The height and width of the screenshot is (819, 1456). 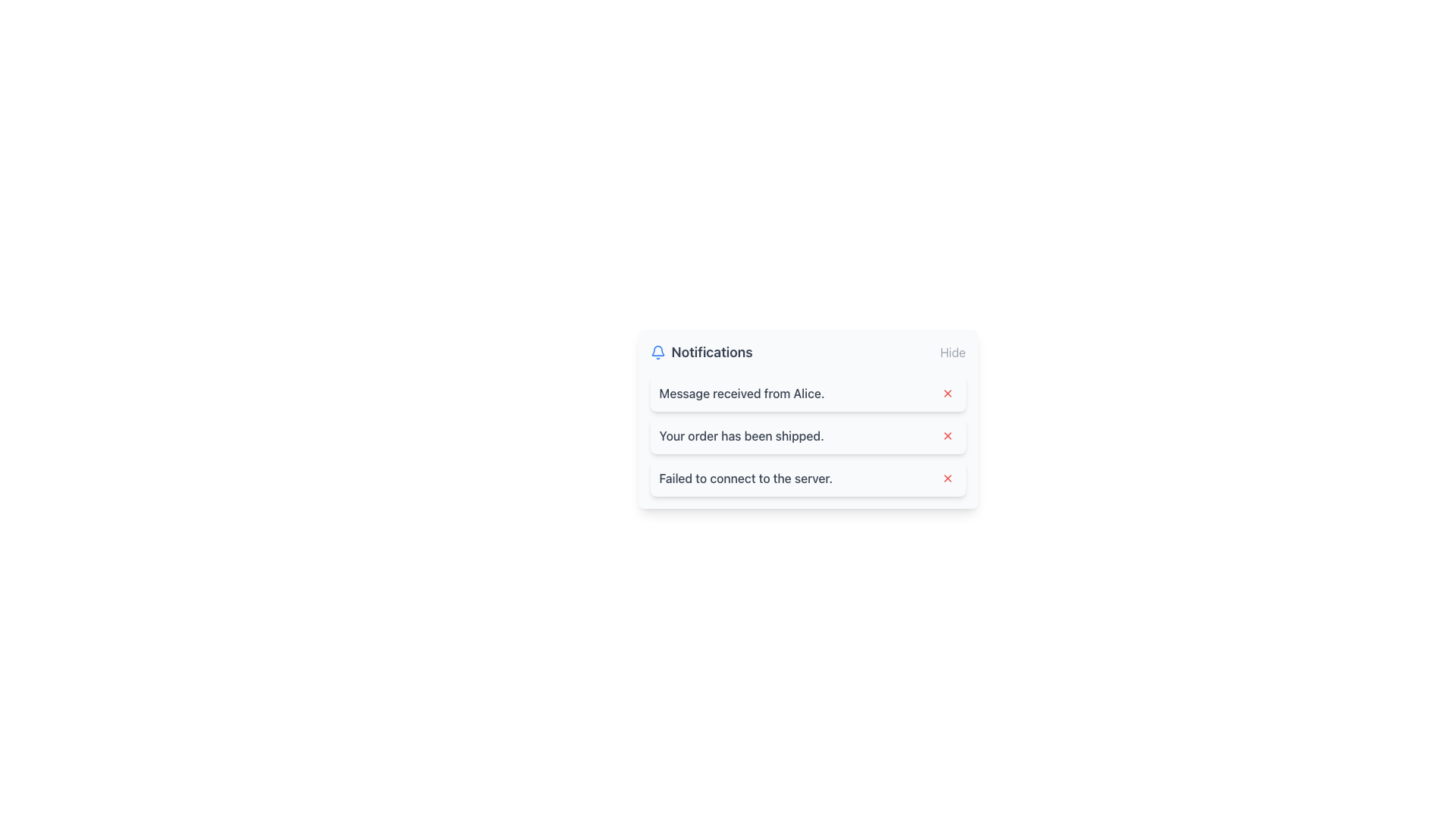 What do you see at coordinates (657, 353) in the screenshot?
I see `the bell icon, which is positioned to the left of the 'Notifications' heading in the notification panel` at bounding box center [657, 353].